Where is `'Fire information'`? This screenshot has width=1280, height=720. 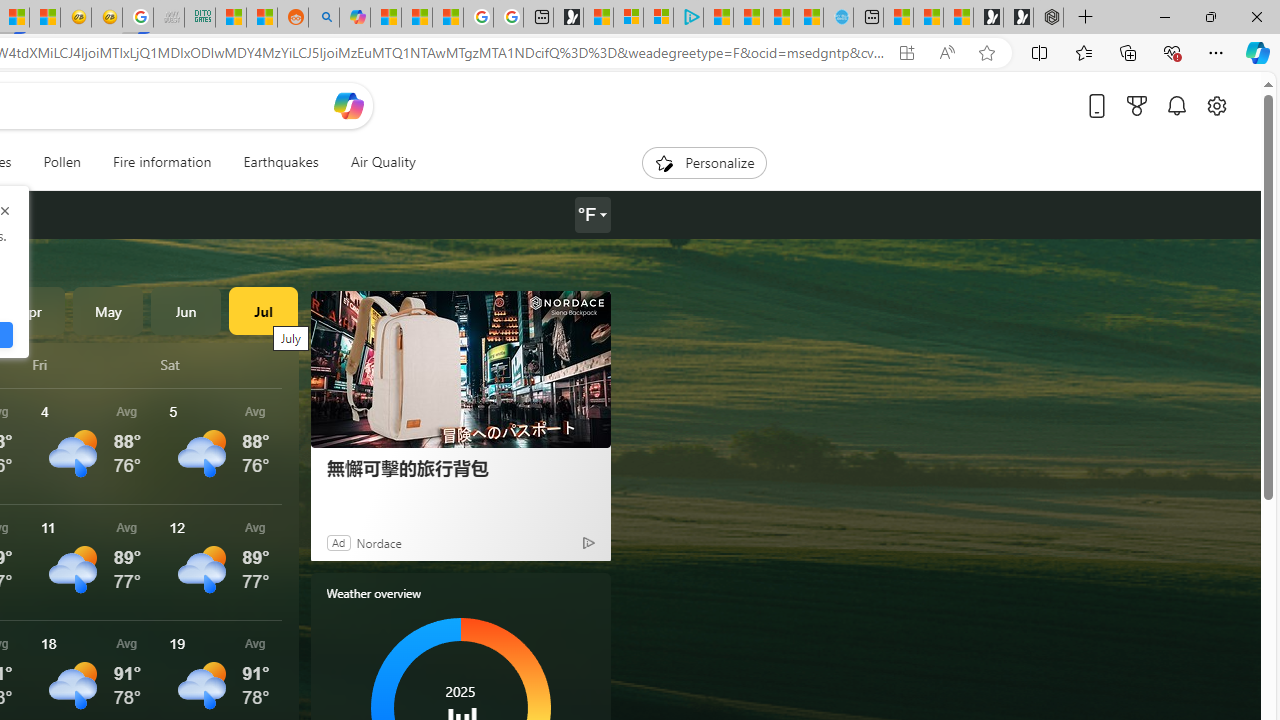 'Fire information' is located at coordinates (161, 162).